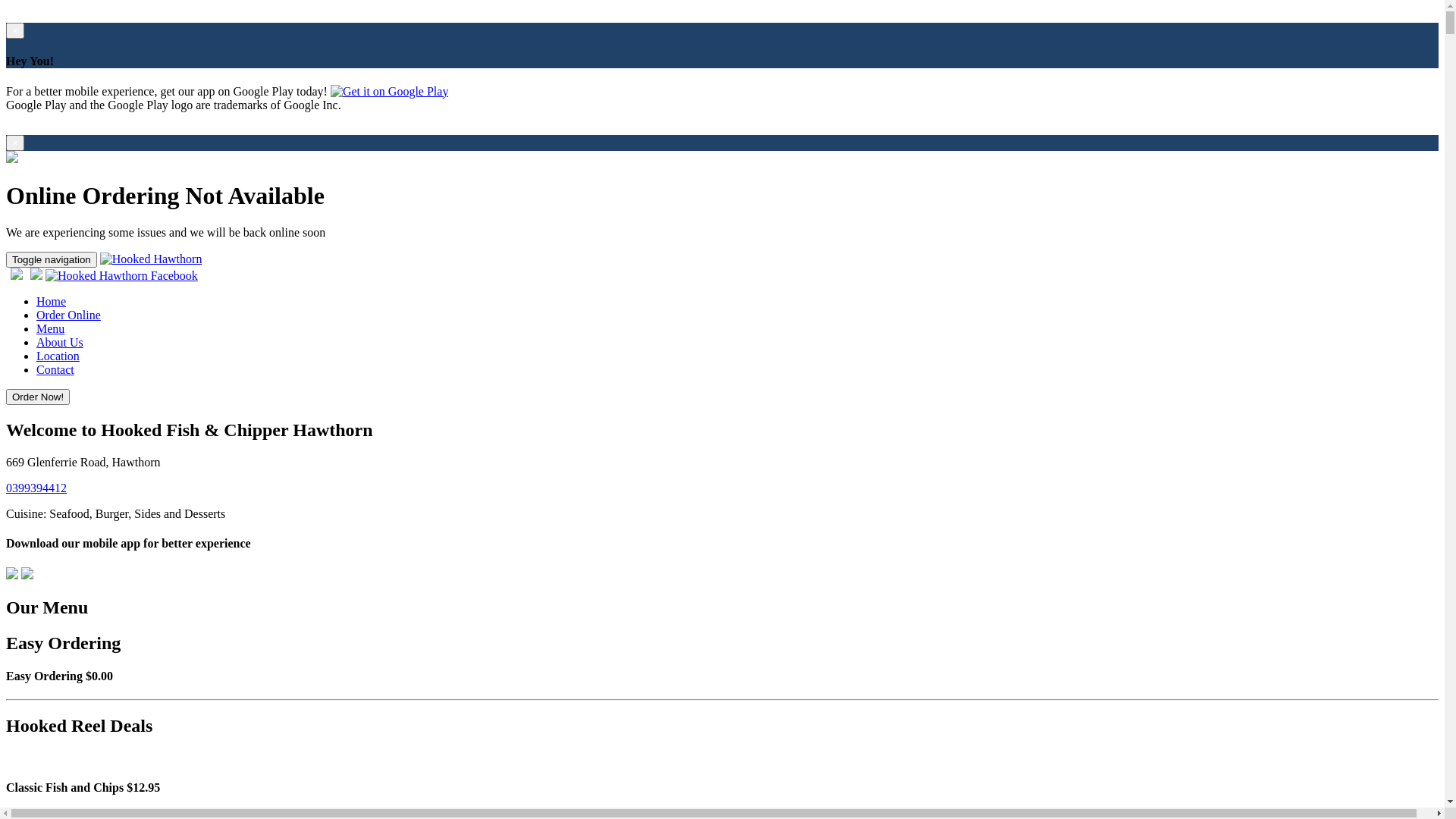 This screenshot has height=819, width=1456. Describe the element at coordinates (67, 314) in the screenshot. I see `'Order Online'` at that location.